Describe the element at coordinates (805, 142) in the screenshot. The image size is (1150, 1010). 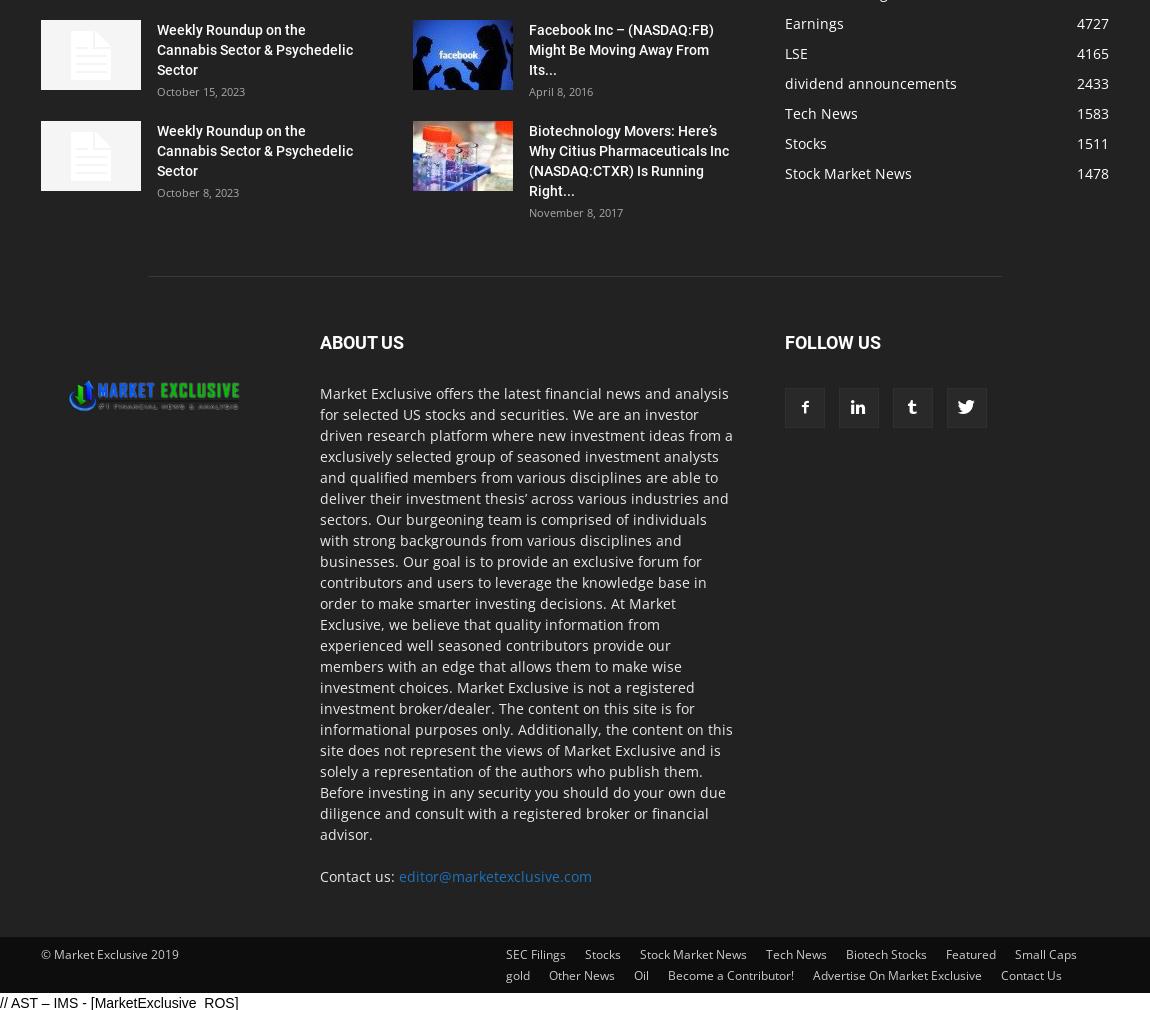
I see `'Stocks'` at that location.